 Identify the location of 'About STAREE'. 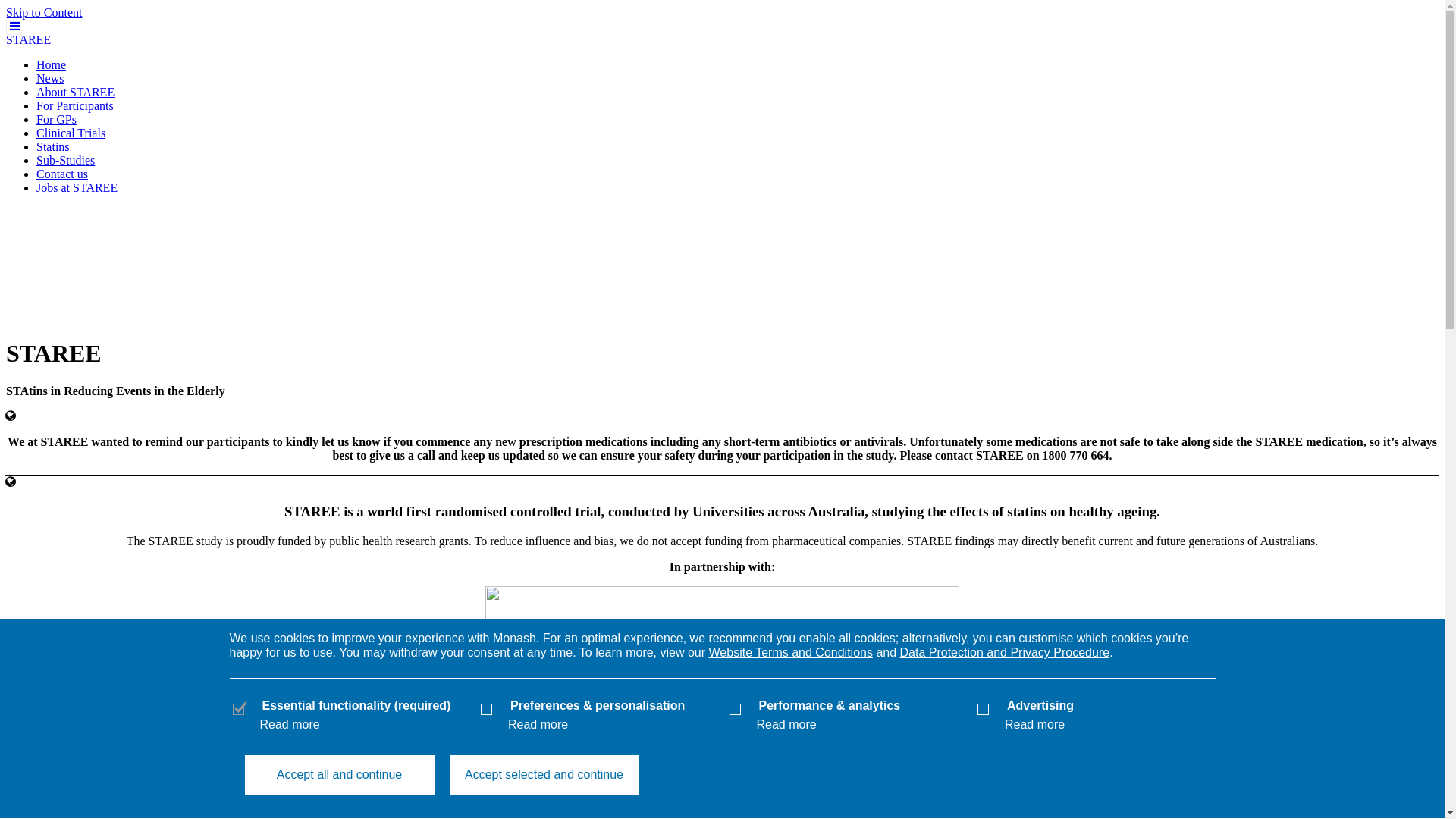
(74, 92).